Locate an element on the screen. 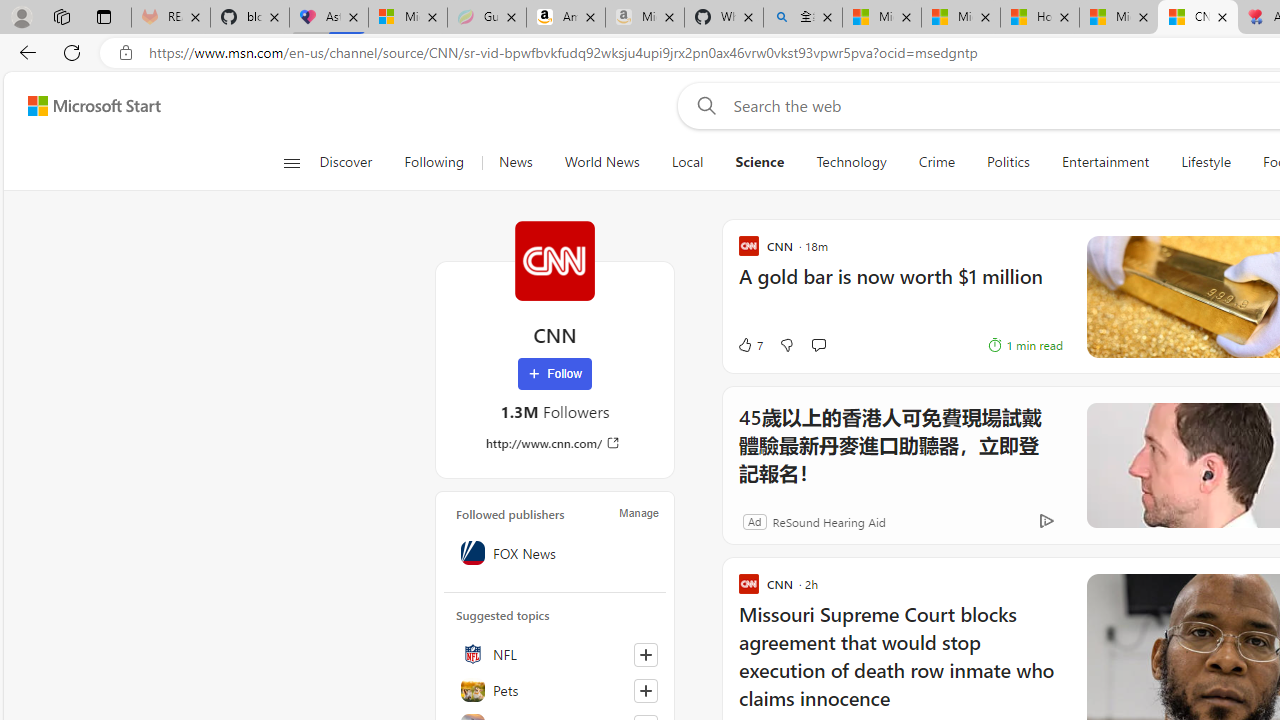  'Class: button-glyph' is located at coordinates (290, 162).